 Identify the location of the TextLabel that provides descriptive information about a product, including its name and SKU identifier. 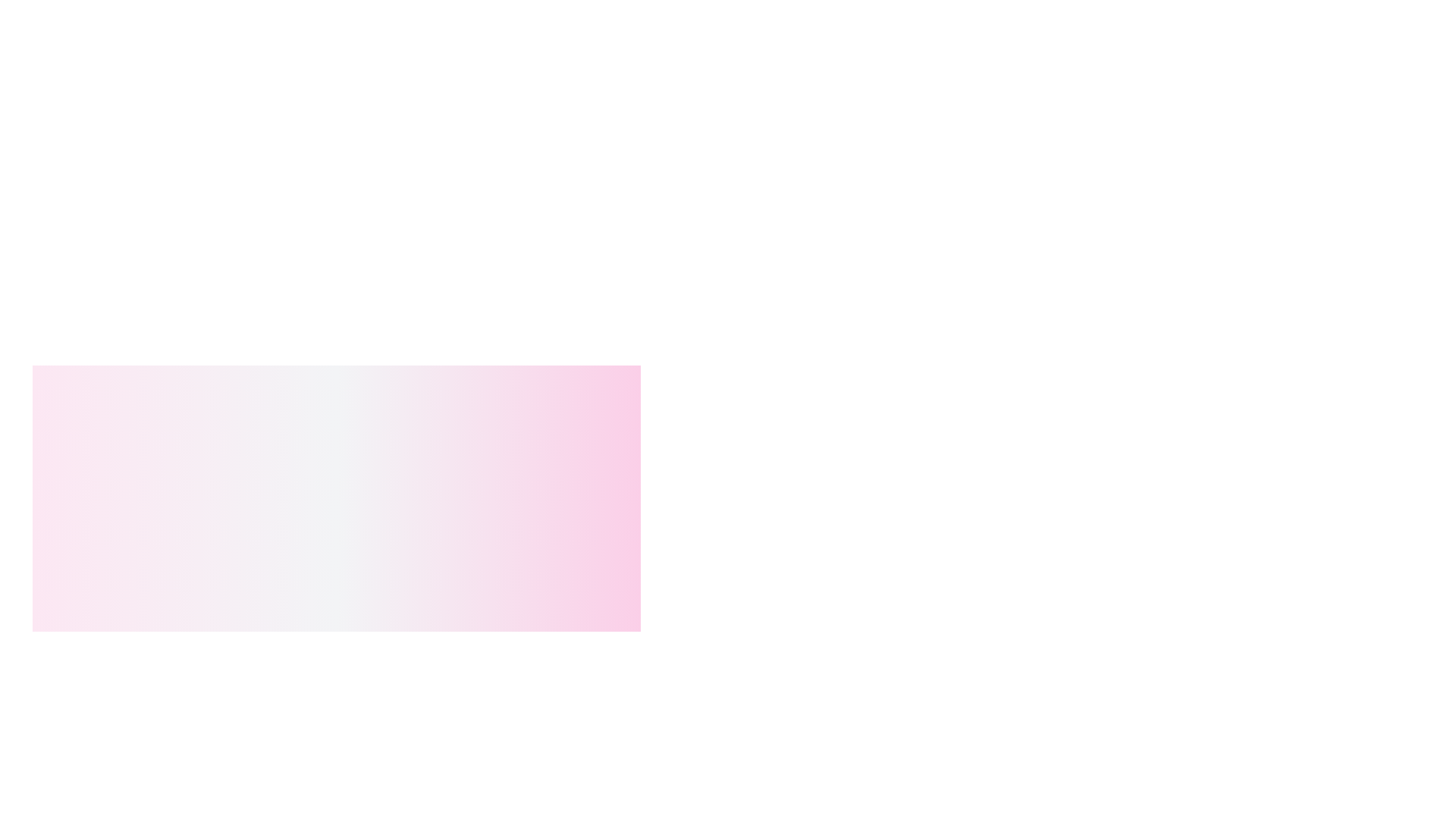
(336, 795).